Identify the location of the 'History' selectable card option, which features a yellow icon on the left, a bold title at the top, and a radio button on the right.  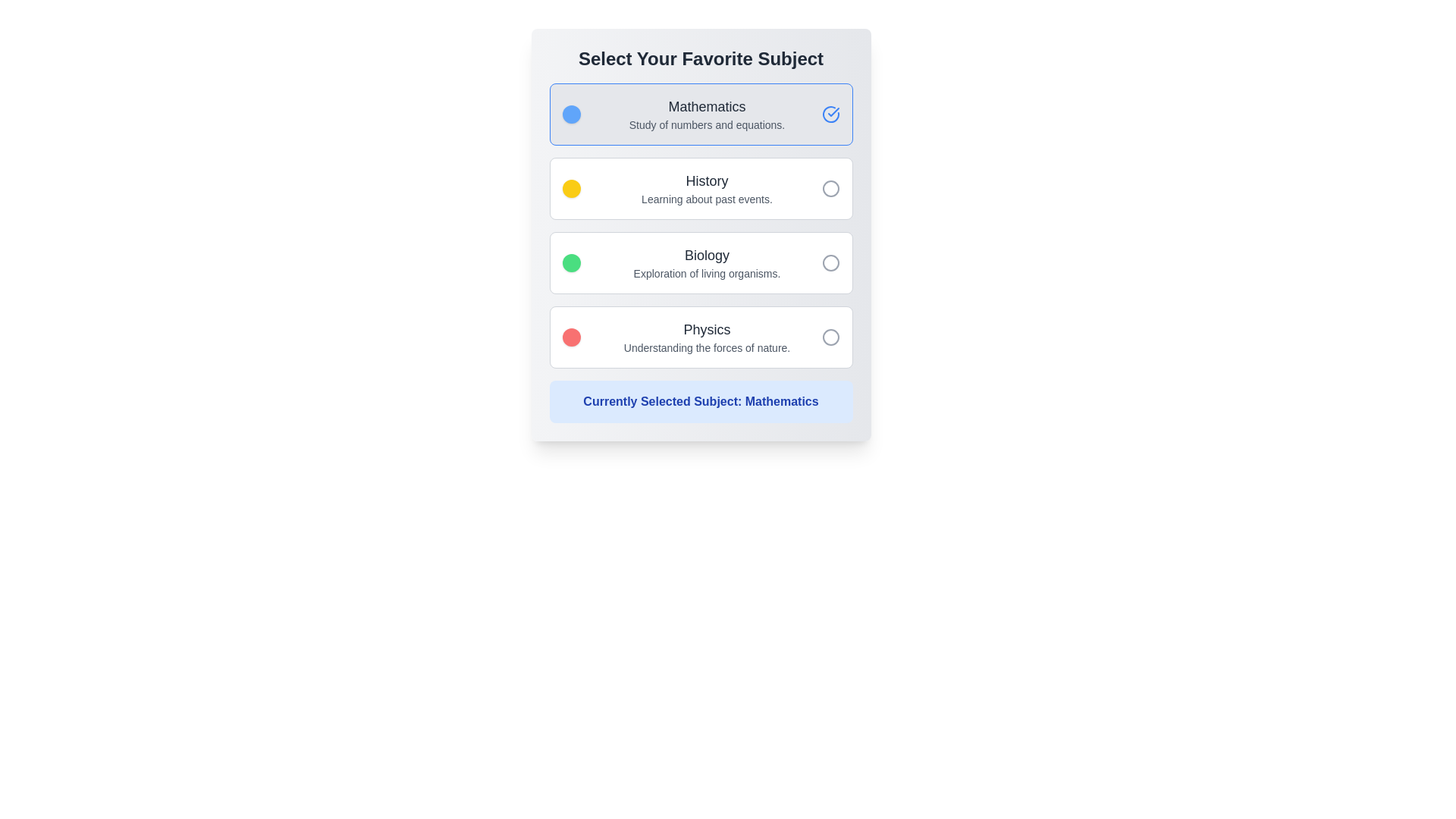
(700, 188).